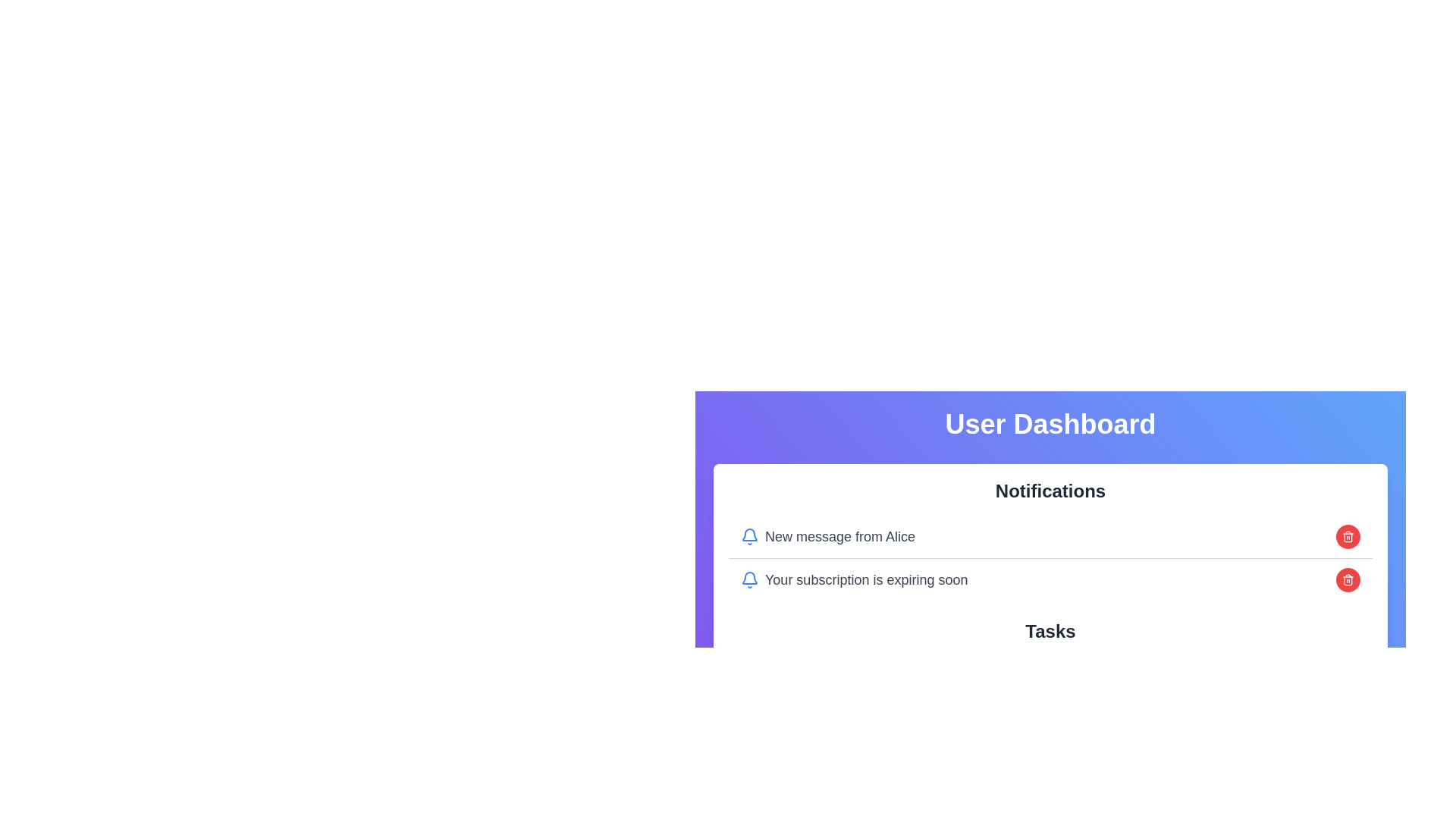  What do you see at coordinates (749, 536) in the screenshot?
I see `the bell icon representing a notification alert for a new message from Alice, located in the upper-left corner of the notification entry` at bounding box center [749, 536].